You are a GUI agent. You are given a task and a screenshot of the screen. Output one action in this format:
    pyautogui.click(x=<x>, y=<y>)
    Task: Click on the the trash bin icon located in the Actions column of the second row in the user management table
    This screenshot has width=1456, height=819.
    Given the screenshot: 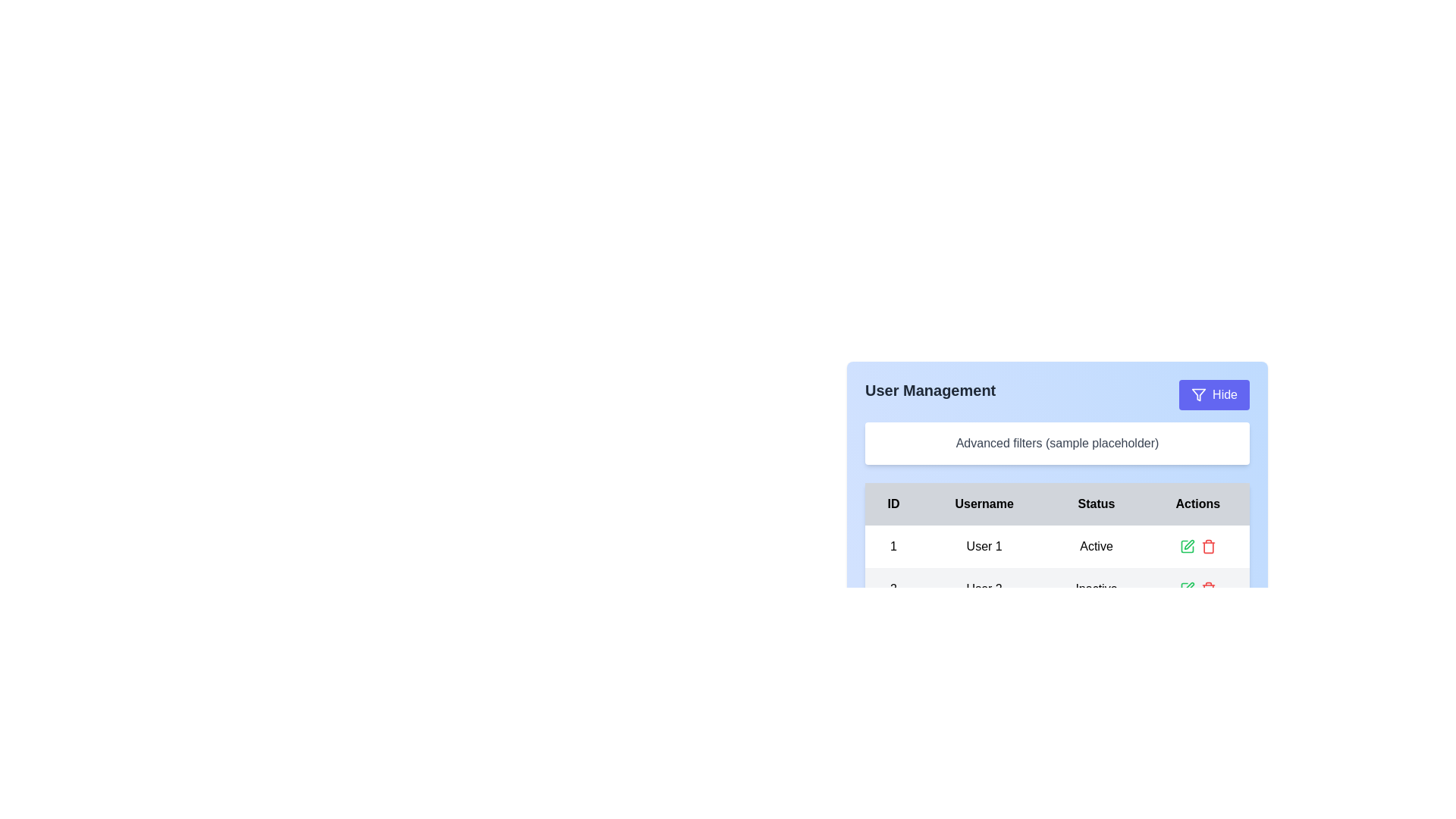 What is the action you would take?
    pyautogui.click(x=1207, y=548)
    